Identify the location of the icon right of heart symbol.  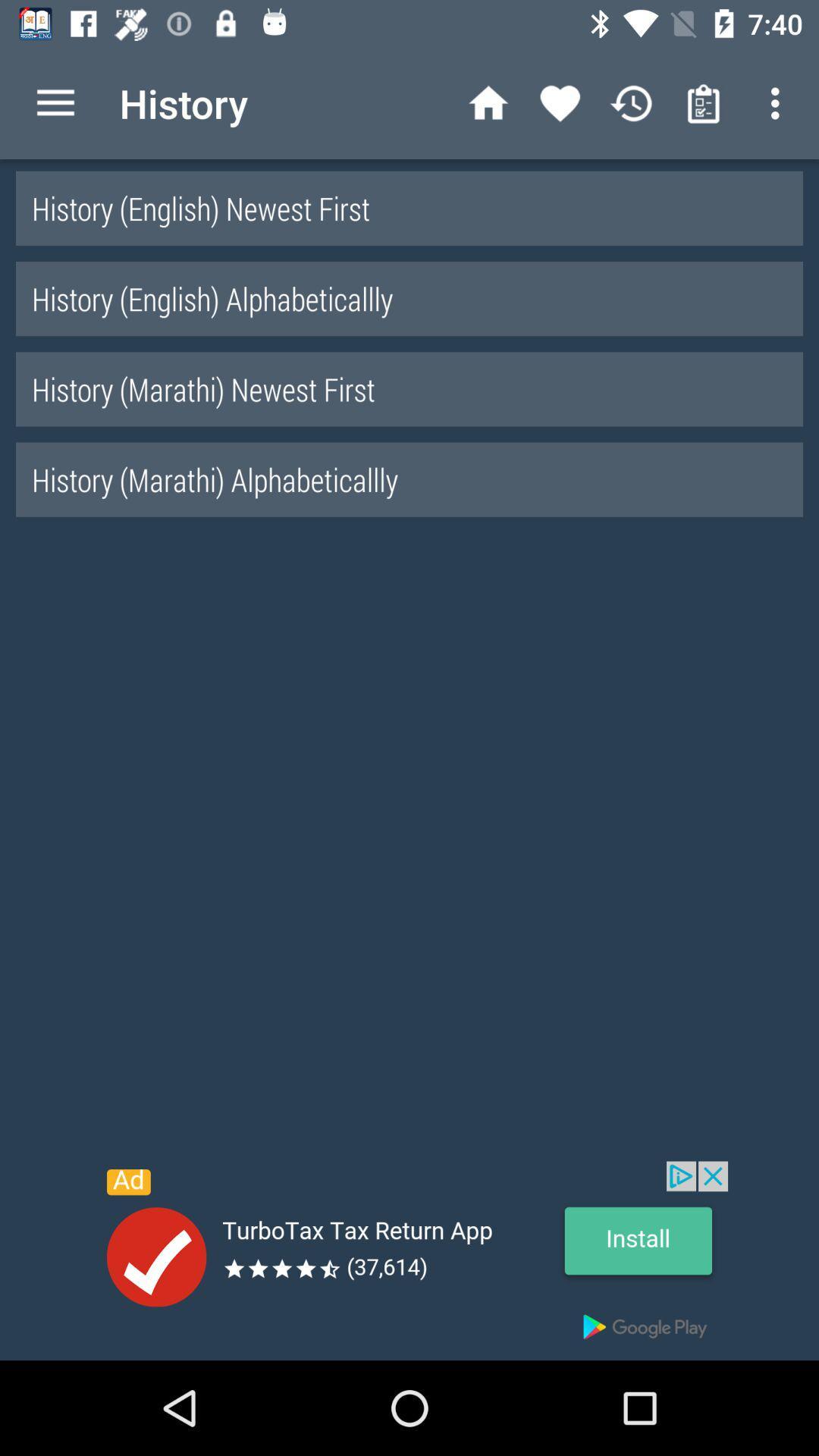
(632, 103).